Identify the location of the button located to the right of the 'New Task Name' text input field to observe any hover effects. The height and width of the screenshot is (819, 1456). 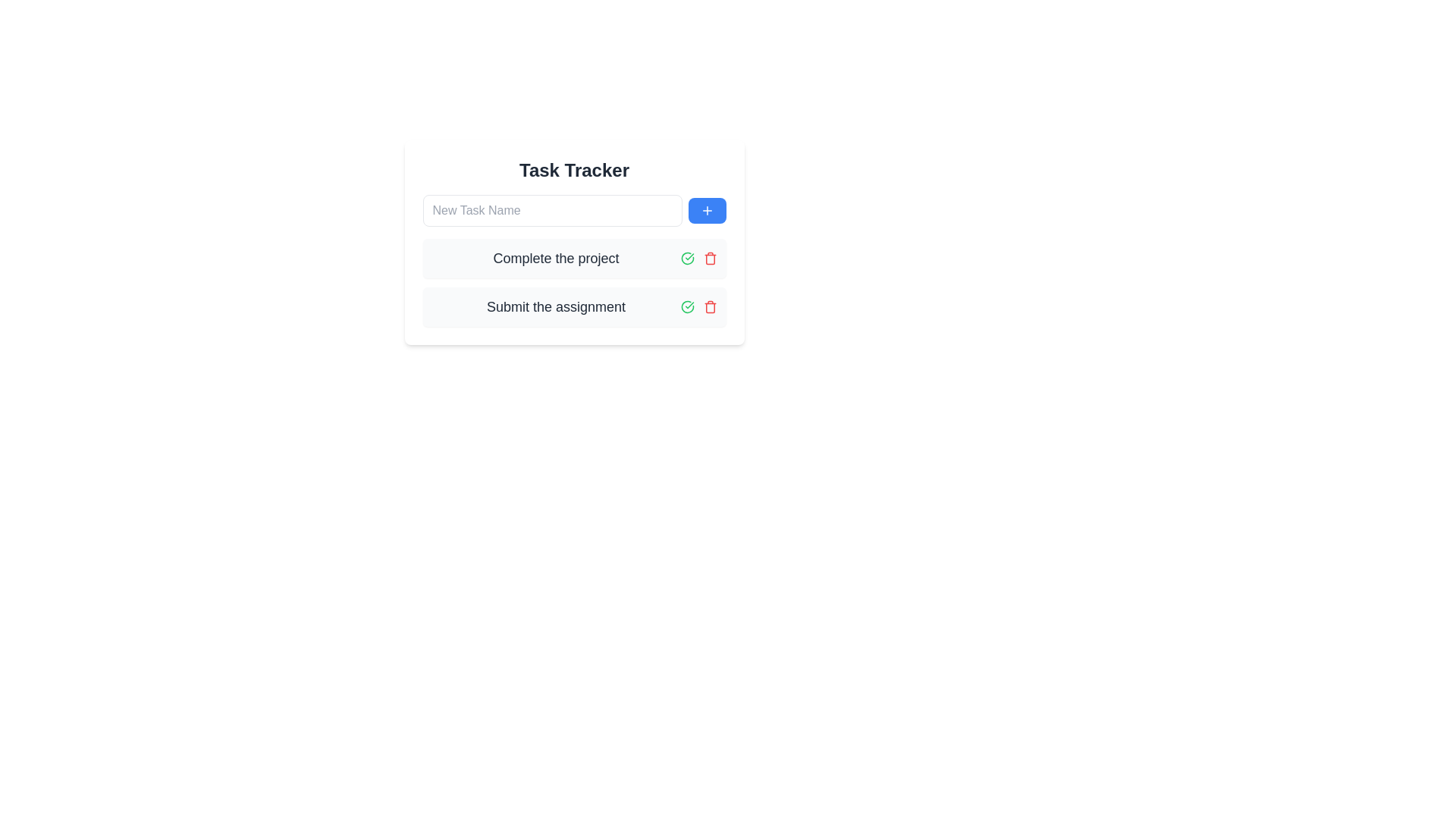
(706, 210).